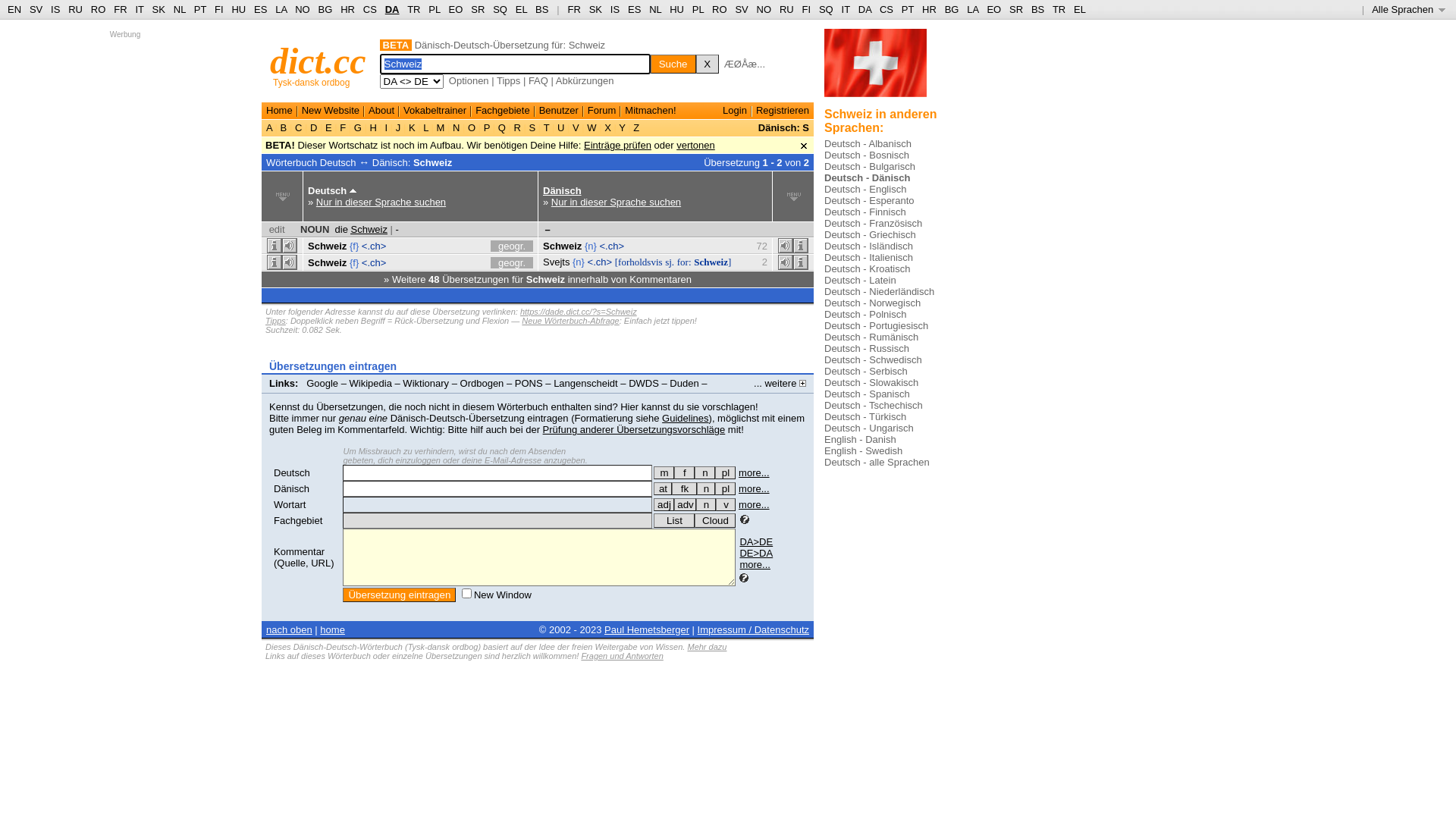 Image resolution: width=1456 pixels, height=819 pixels. What do you see at coordinates (421, 127) in the screenshot?
I see `'L'` at bounding box center [421, 127].